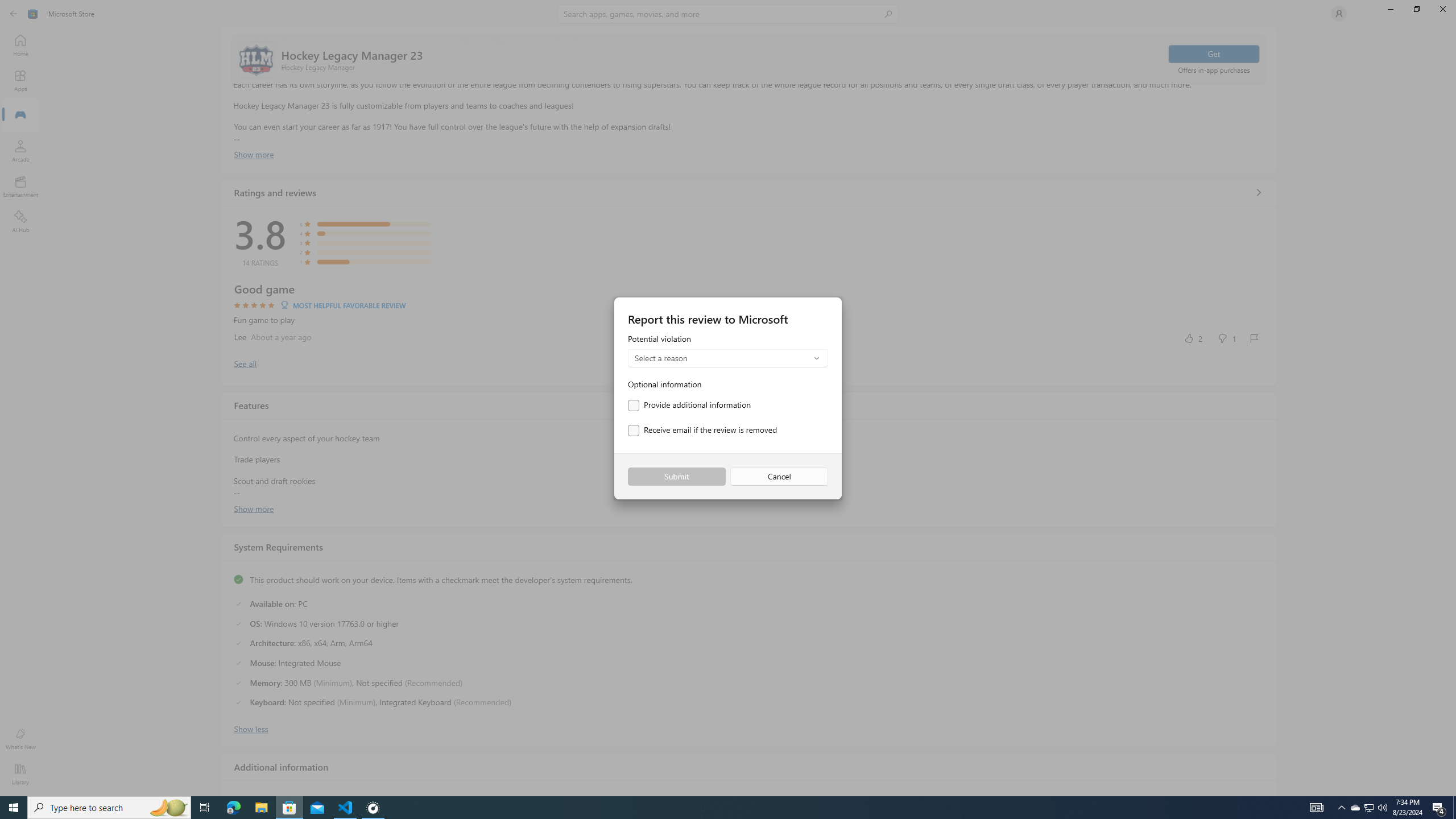 Image resolution: width=1456 pixels, height=819 pixels. I want to click on 'Show less', so click(250, 727).